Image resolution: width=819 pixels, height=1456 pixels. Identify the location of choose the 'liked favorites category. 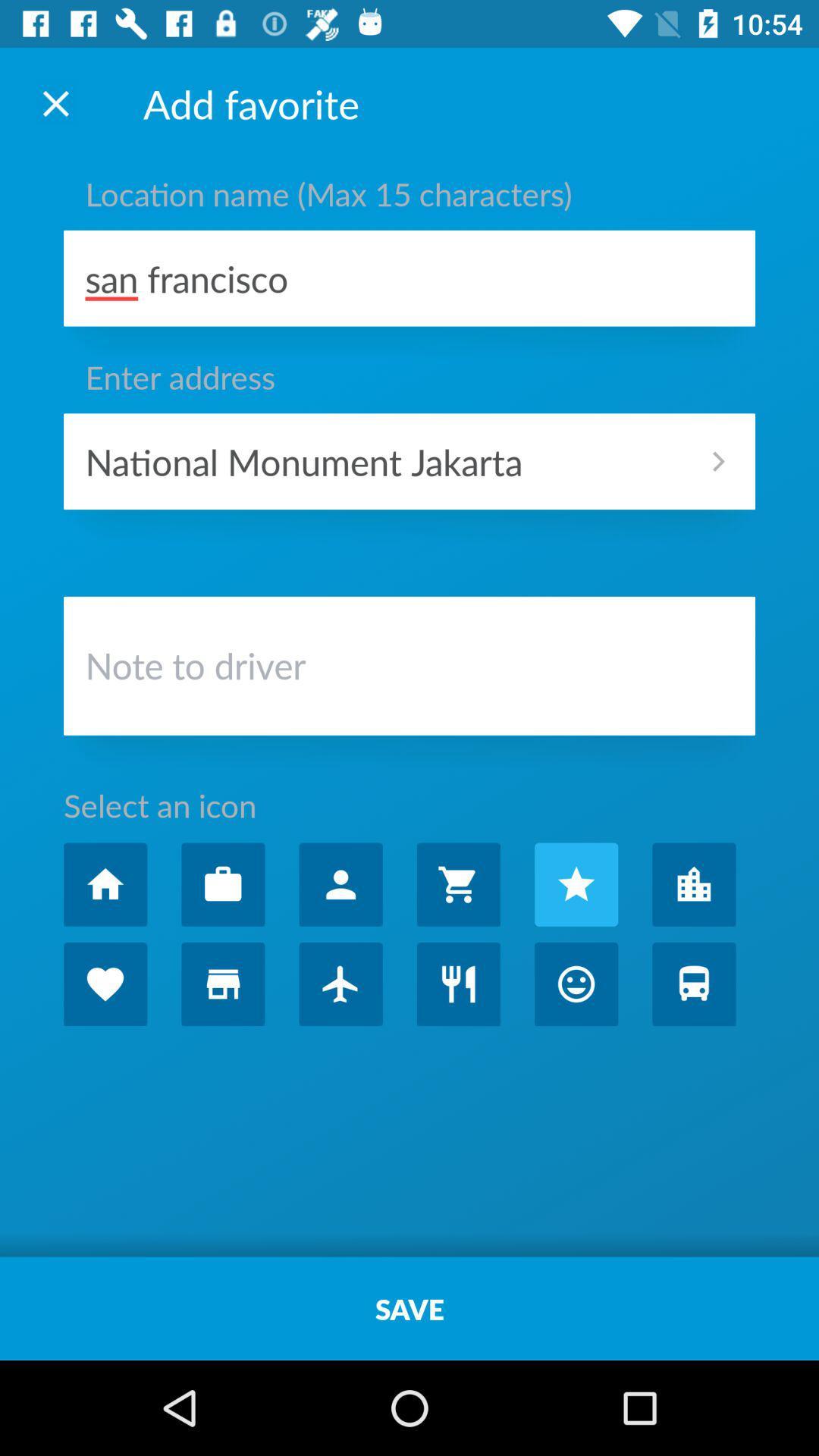
(105, 984).